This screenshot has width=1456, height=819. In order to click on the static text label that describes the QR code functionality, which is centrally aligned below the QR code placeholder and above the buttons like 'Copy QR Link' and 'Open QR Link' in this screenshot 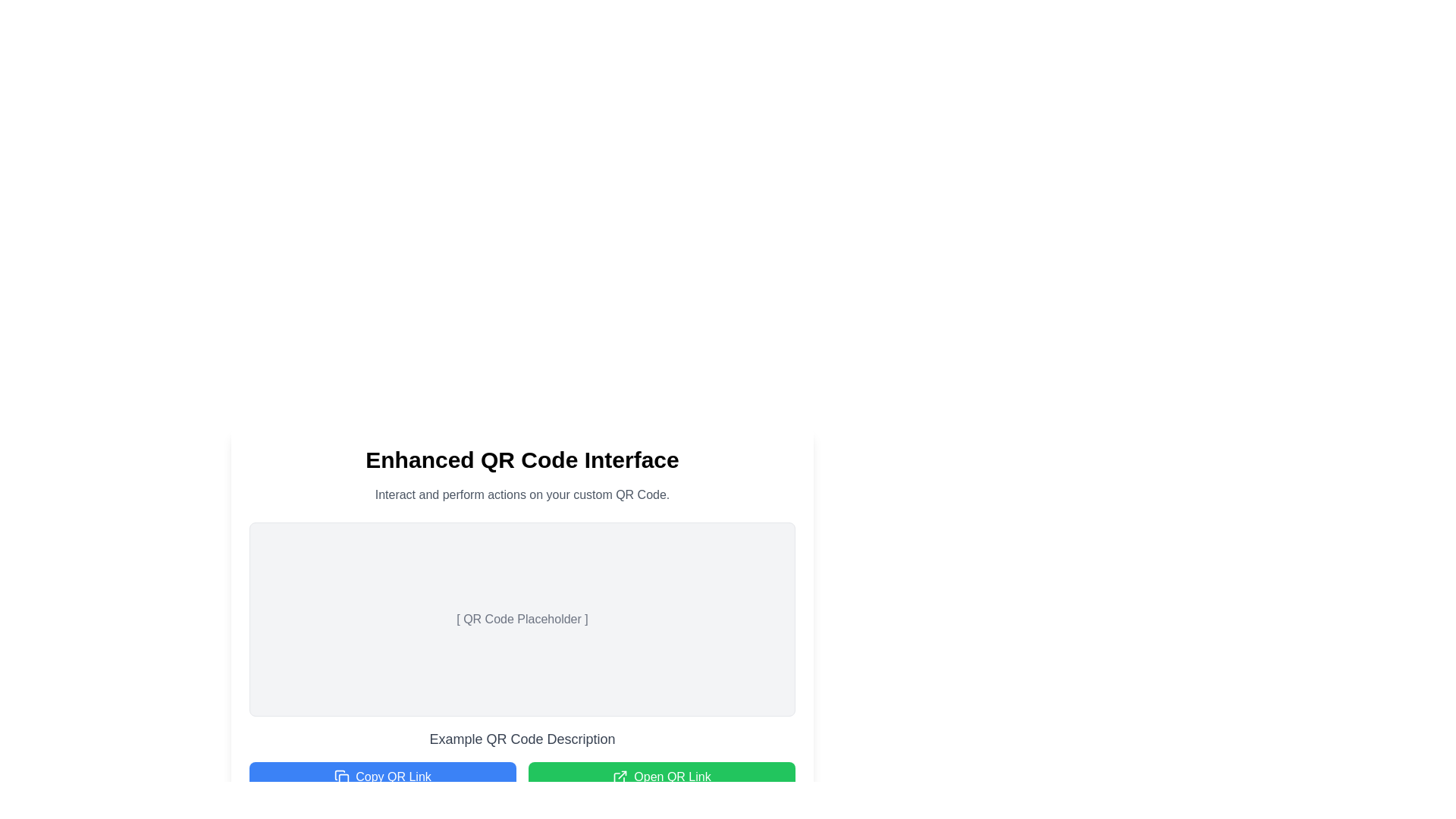, I will do `click(522, 739)`.